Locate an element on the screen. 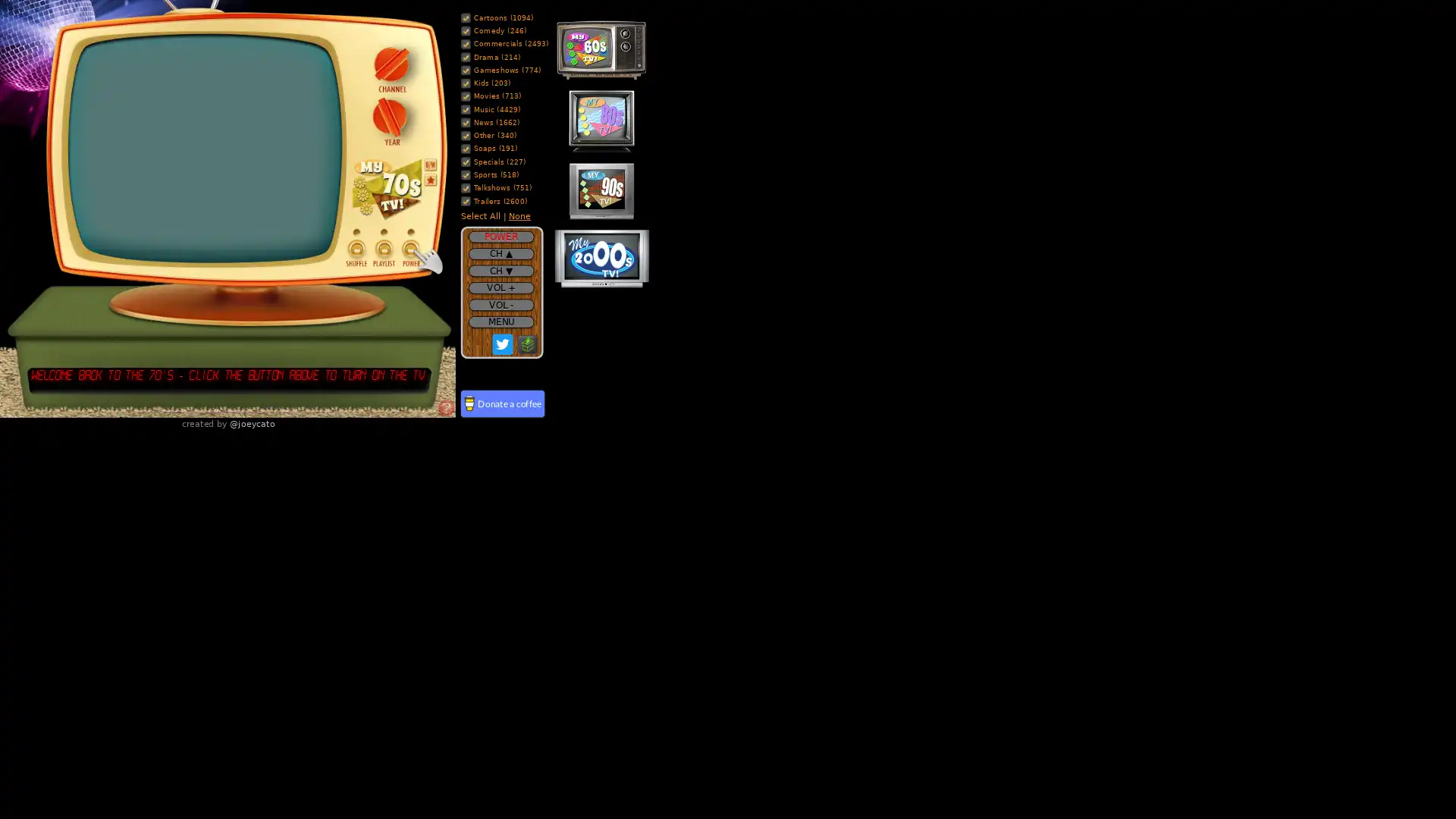 Image resolution: width=1456 pixels, height=819 pixels. VOL - is located at coordinates (501, 304).